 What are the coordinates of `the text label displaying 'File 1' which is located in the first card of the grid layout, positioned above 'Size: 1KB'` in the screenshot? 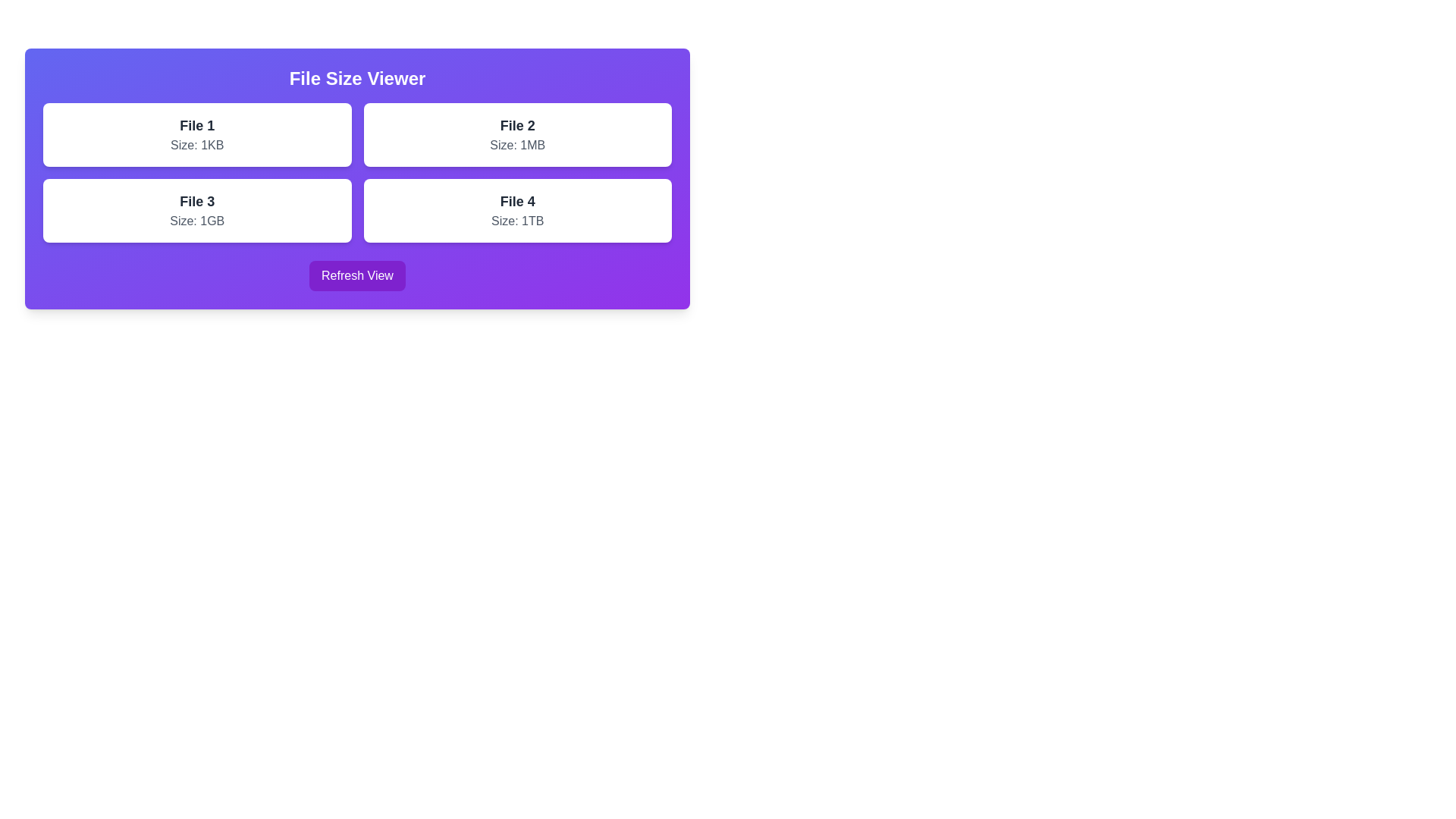 It's located at (196, 124).